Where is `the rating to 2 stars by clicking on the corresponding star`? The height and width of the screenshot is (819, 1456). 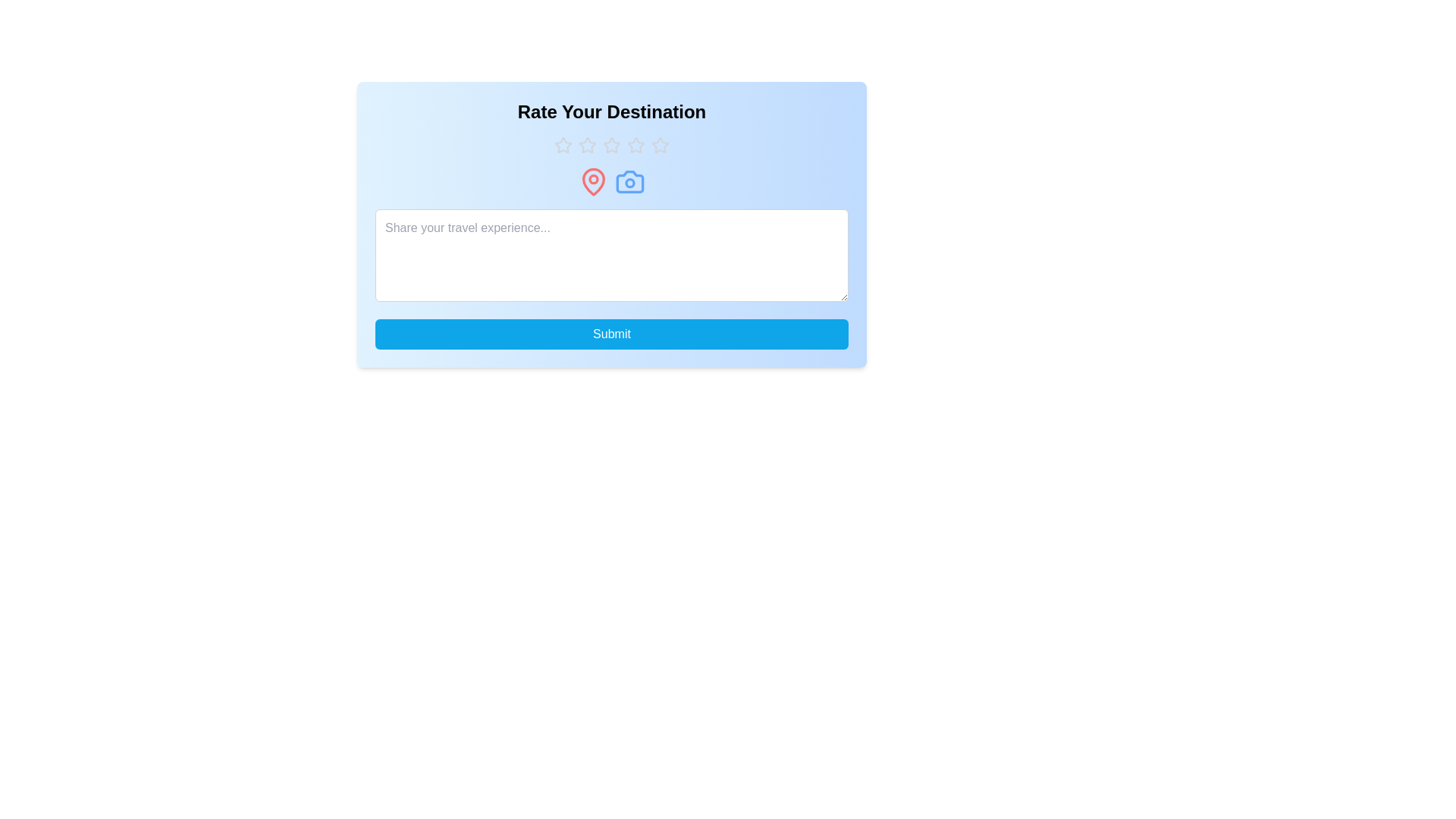 the rating to 2 stars by clicking on the corresponding star is located at coordinates (586, 146).